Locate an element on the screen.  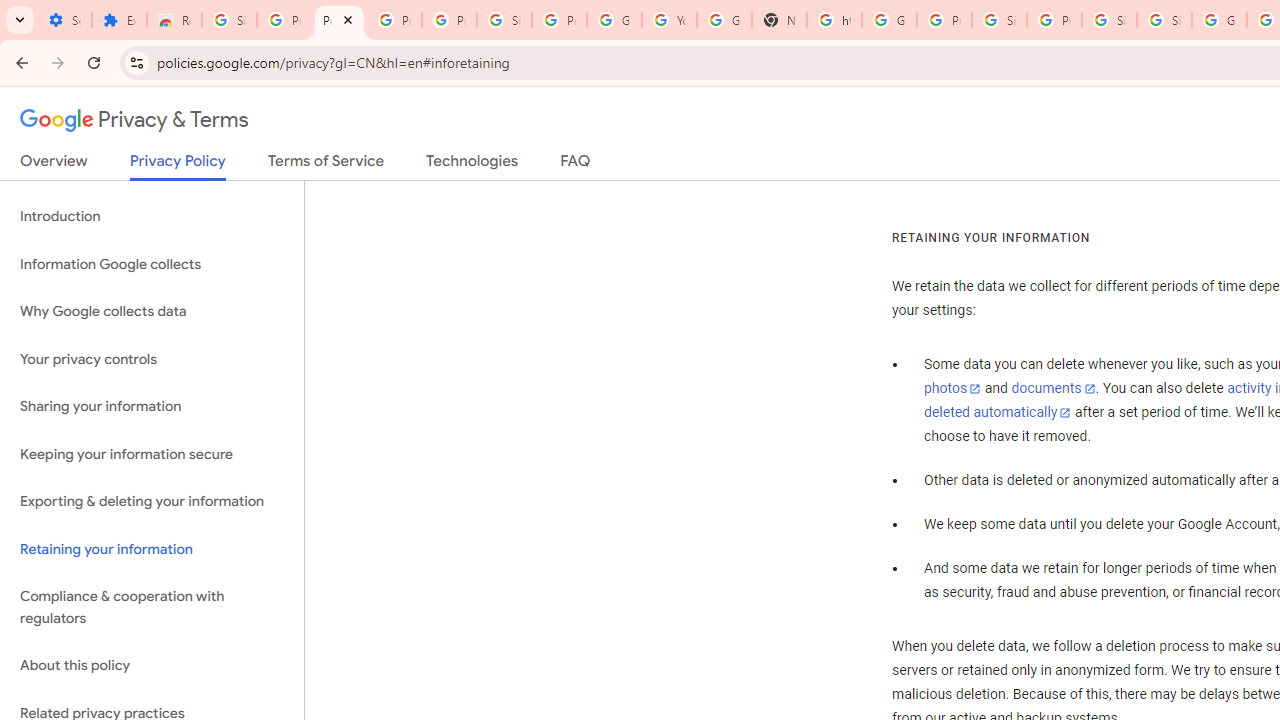
'Your privacy controls' is located at coordinates (151, 358).